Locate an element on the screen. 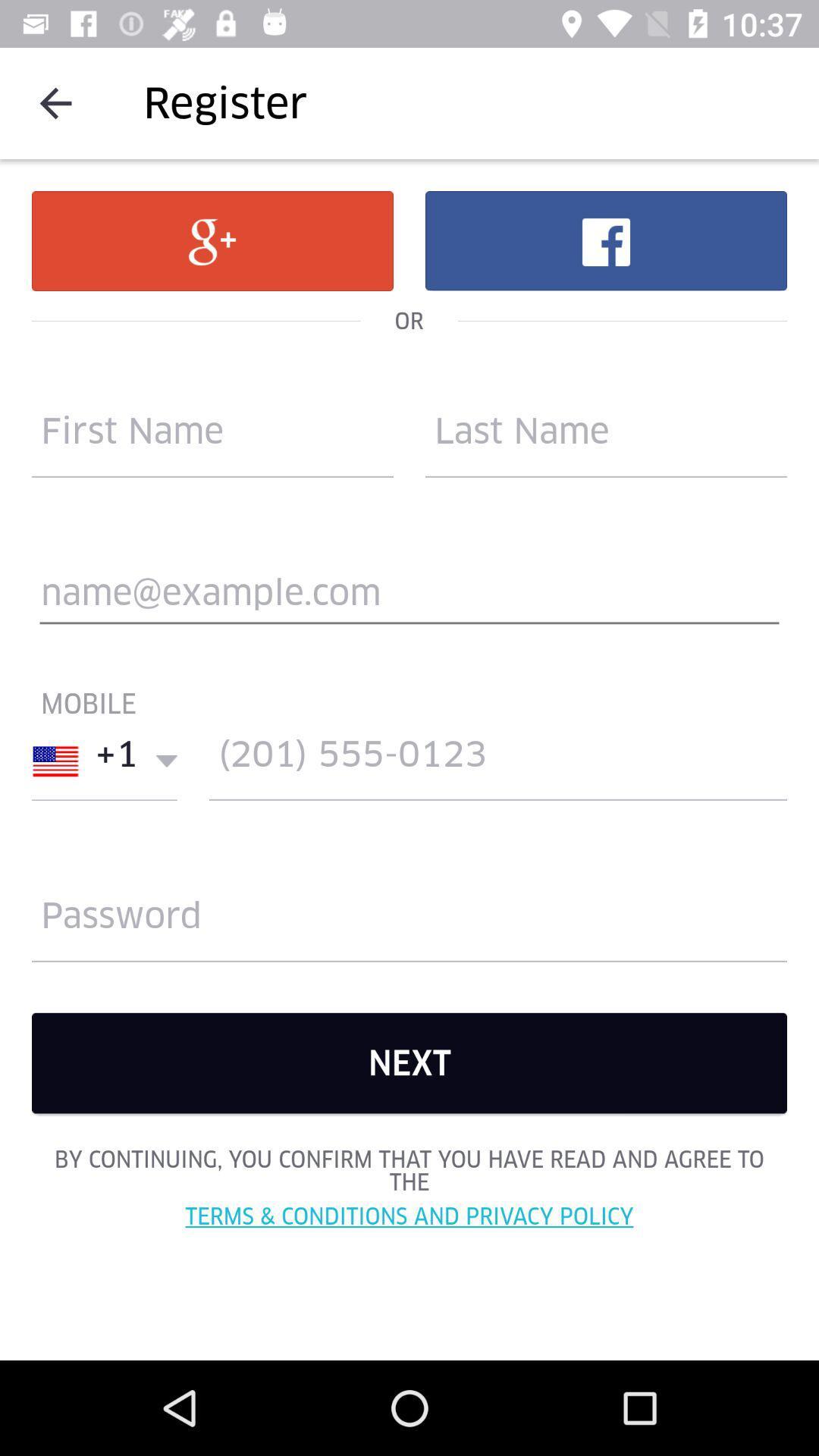 The image size is (819, 1456). mail address is located at coordinates (409, 599).